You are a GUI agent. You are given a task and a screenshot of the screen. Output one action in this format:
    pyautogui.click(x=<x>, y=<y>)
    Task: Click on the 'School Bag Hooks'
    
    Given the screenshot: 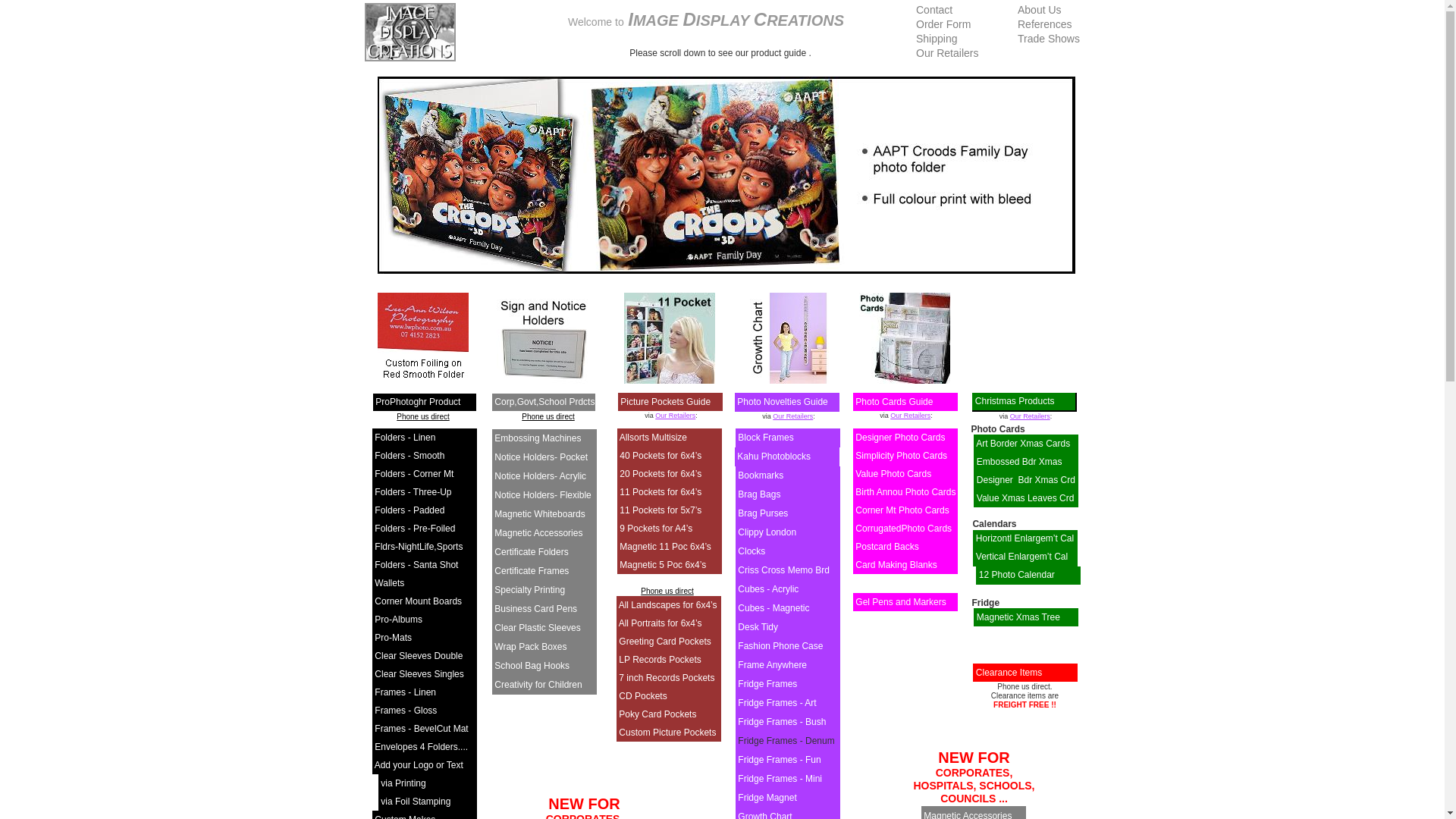 What is the action you would take?
    pyautogui.click(x=532, y=665)
    